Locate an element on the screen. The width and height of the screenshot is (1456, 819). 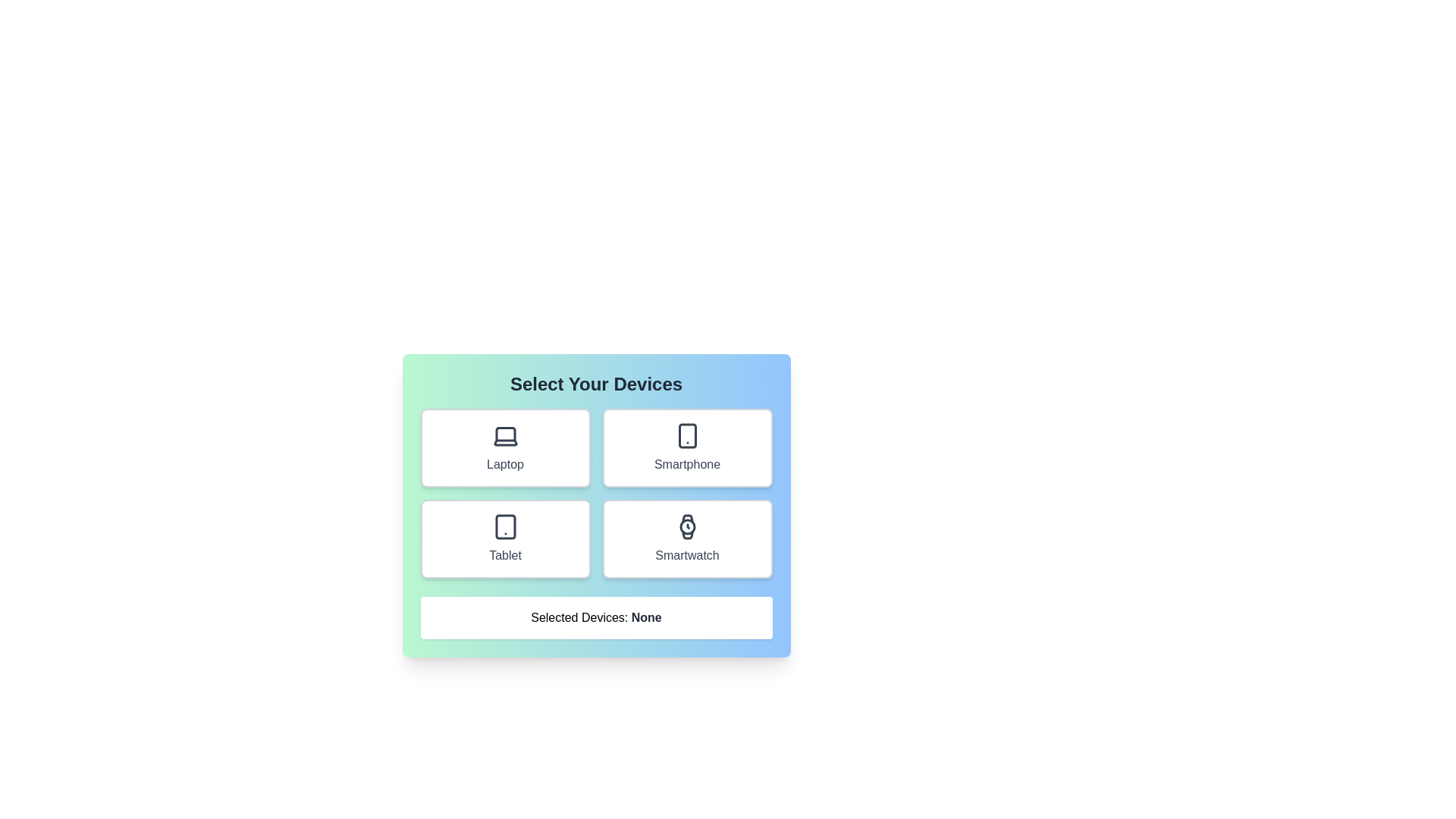
the Smartphone button to toggle its selection is located at coordinates (686, 447).